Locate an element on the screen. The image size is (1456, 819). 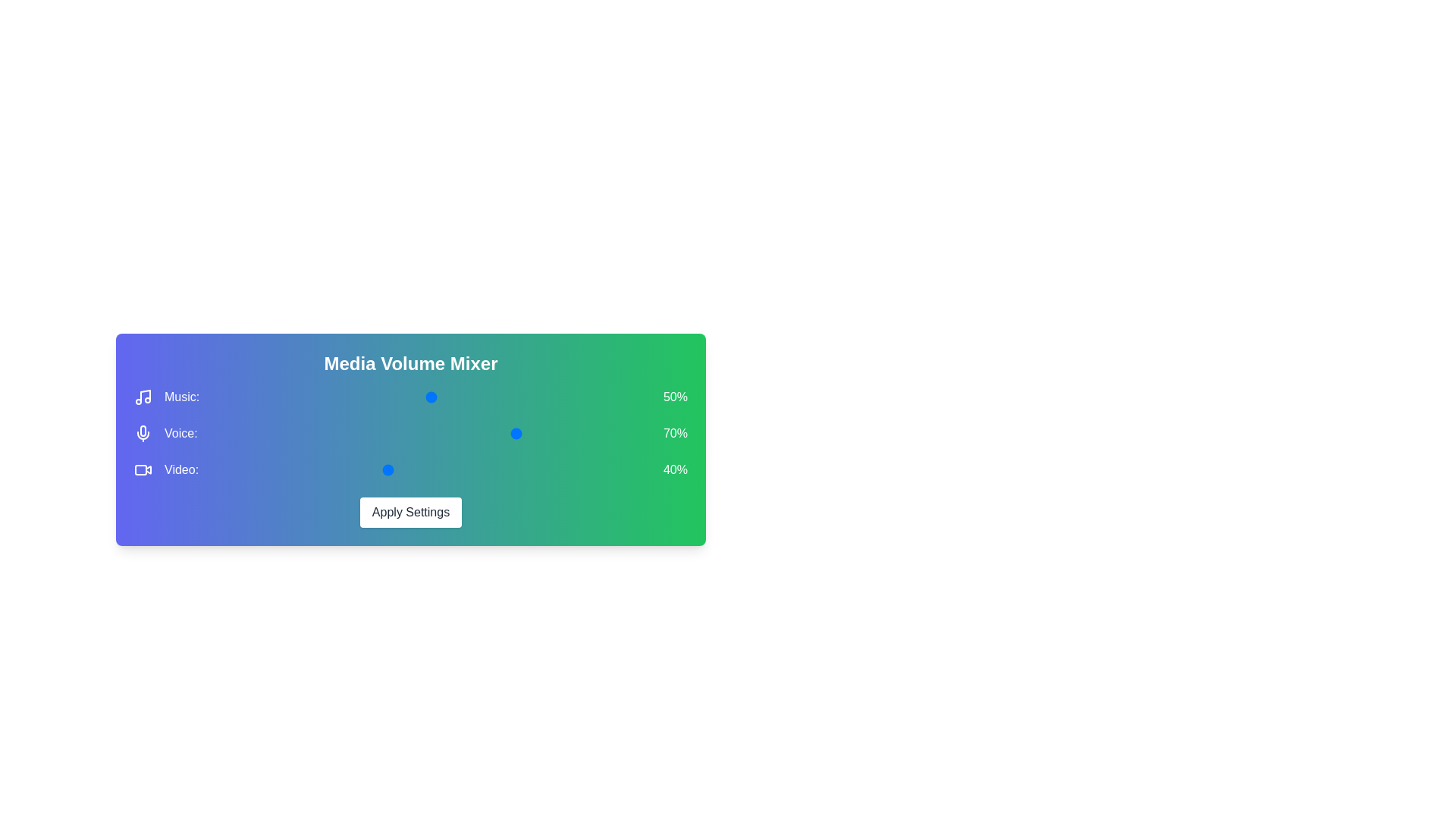
the 1 volume to 16% by moving the corresponding slider is located at coordinates (465, 433).